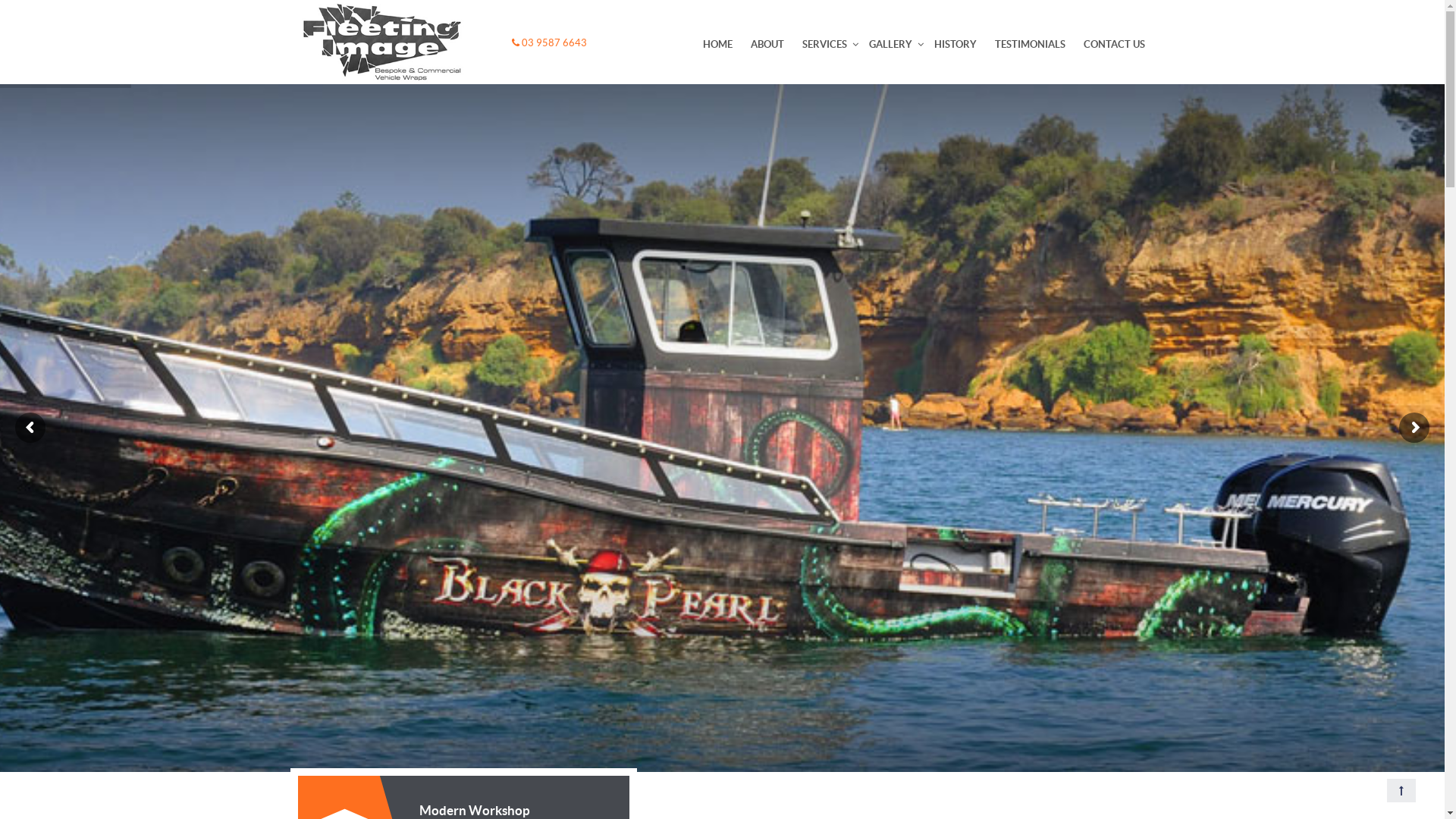 This screenshot has height=819, width=1456. What do you see at coordinates (767, 43) in the screenshot?
I see `'ABOUT'` at bounding box center [767, 43].